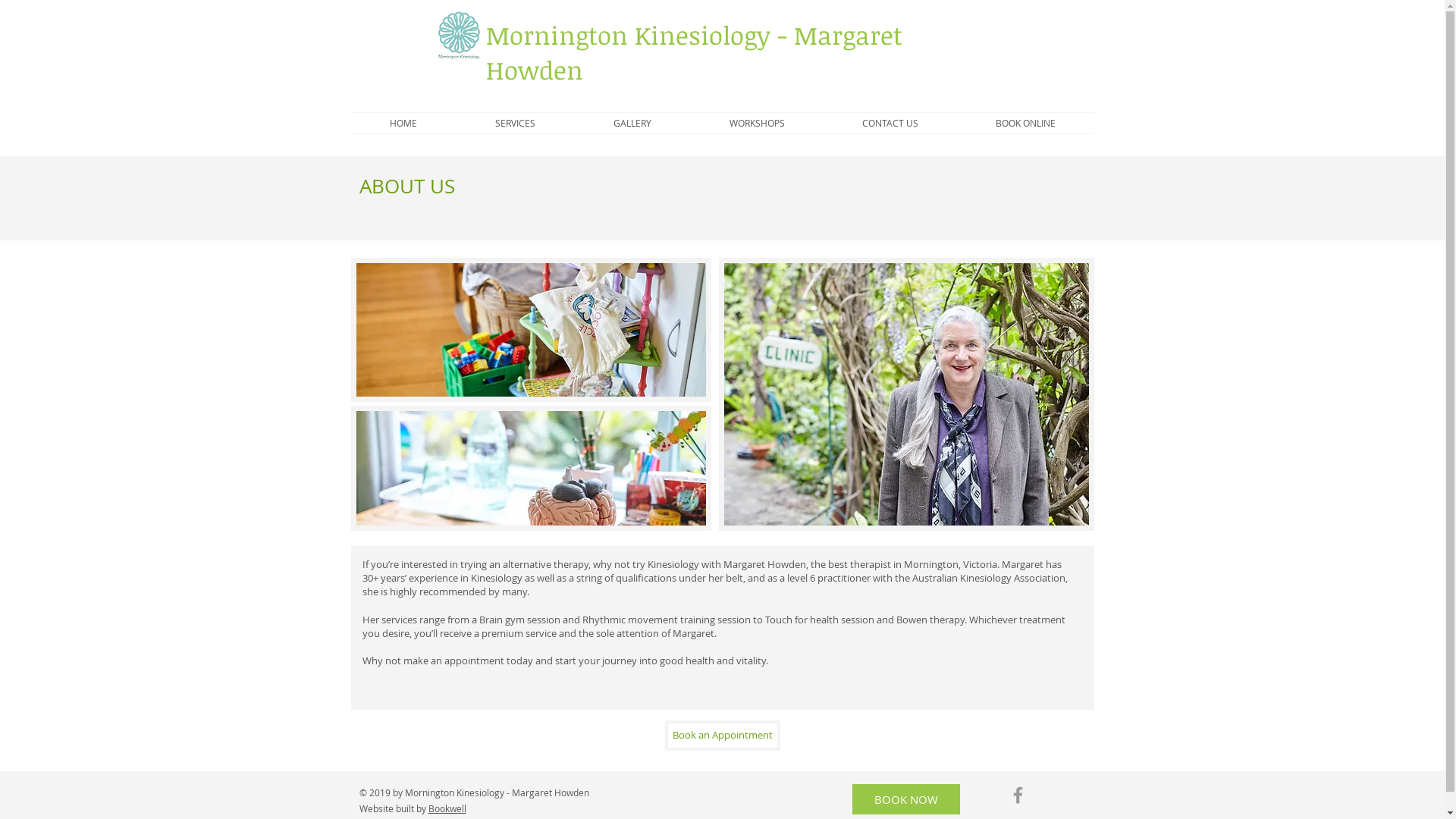 The height and width of the screenshot is (819, 1456). I want to click on 'SERVICES', so click(516, 122).